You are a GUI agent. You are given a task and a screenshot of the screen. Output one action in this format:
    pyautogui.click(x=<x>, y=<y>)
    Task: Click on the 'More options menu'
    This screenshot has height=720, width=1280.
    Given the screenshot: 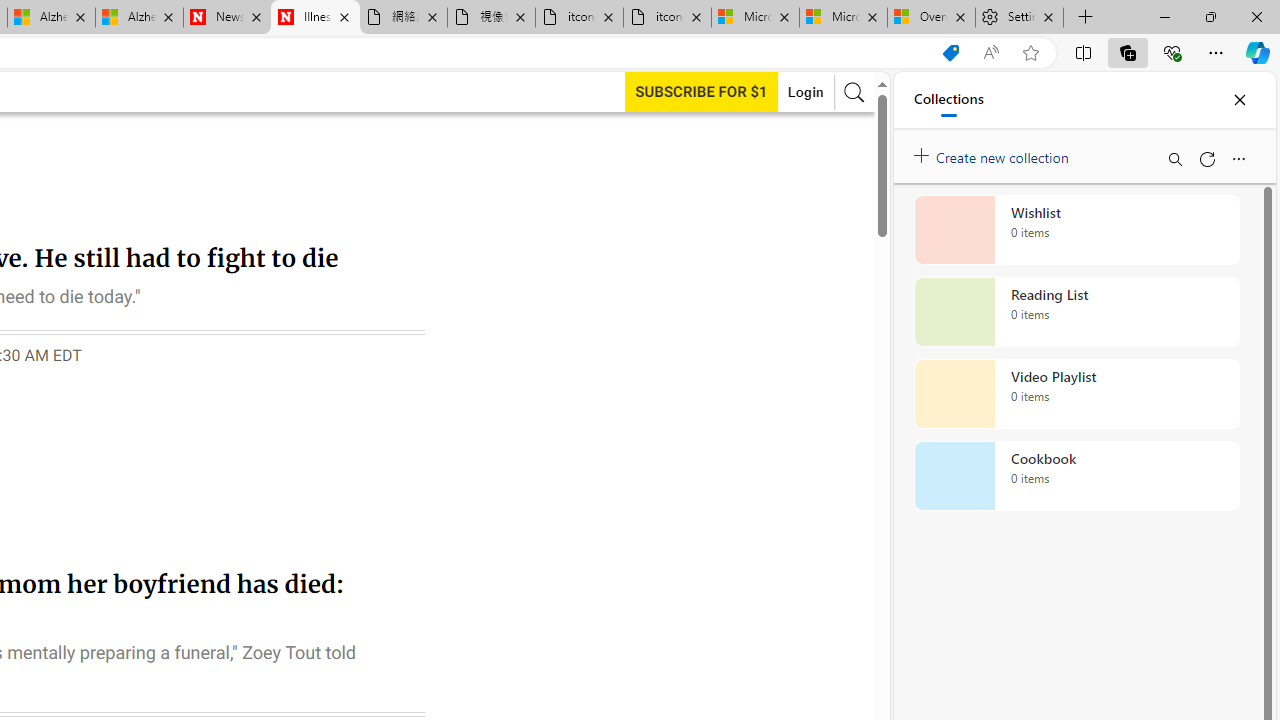 What is the action you would take?
    pyautogui.click(x=1237, y=158)
    